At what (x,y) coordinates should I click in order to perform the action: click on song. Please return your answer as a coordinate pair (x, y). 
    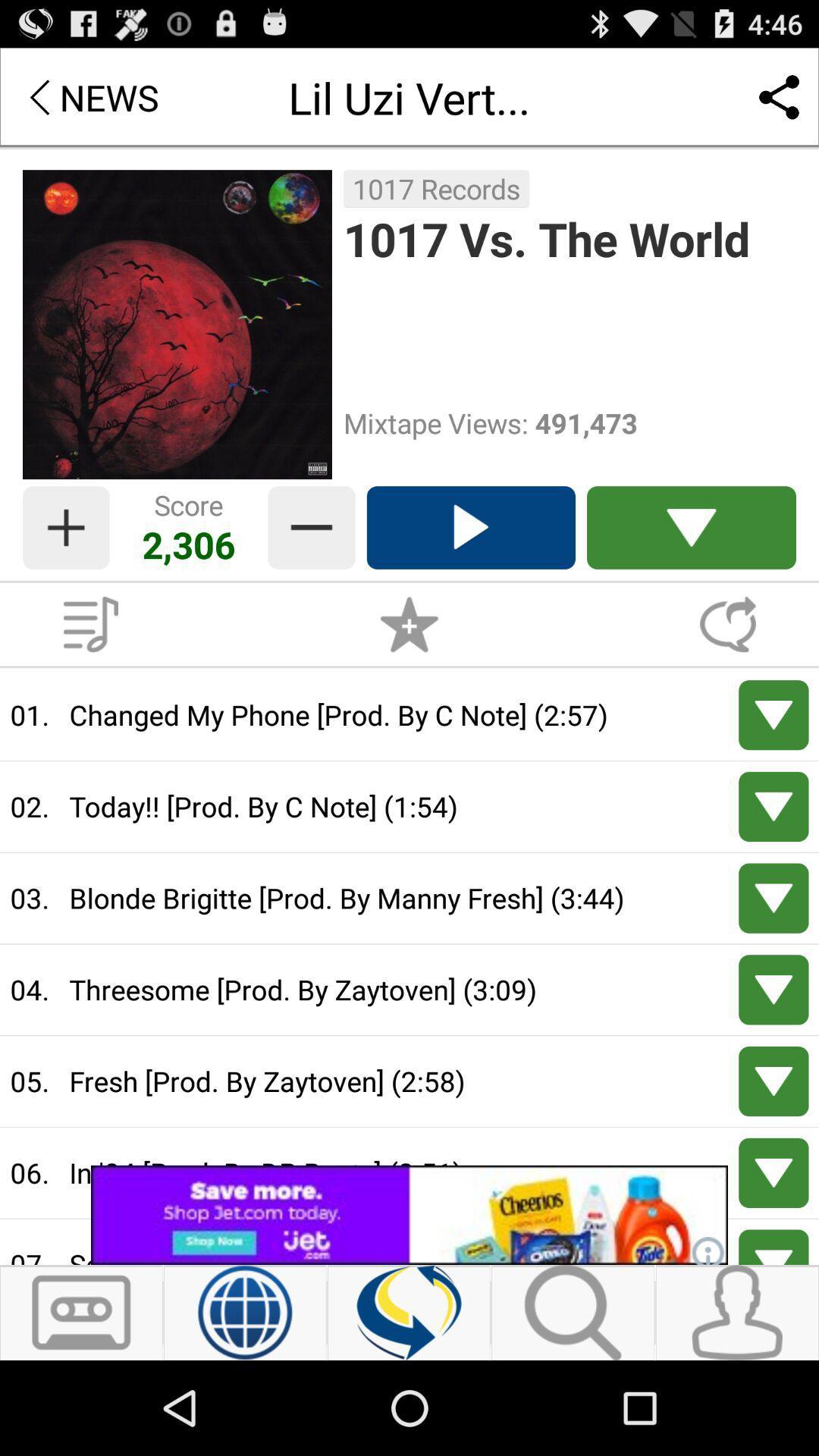
    Looking at the image, I should click on (470, 528).